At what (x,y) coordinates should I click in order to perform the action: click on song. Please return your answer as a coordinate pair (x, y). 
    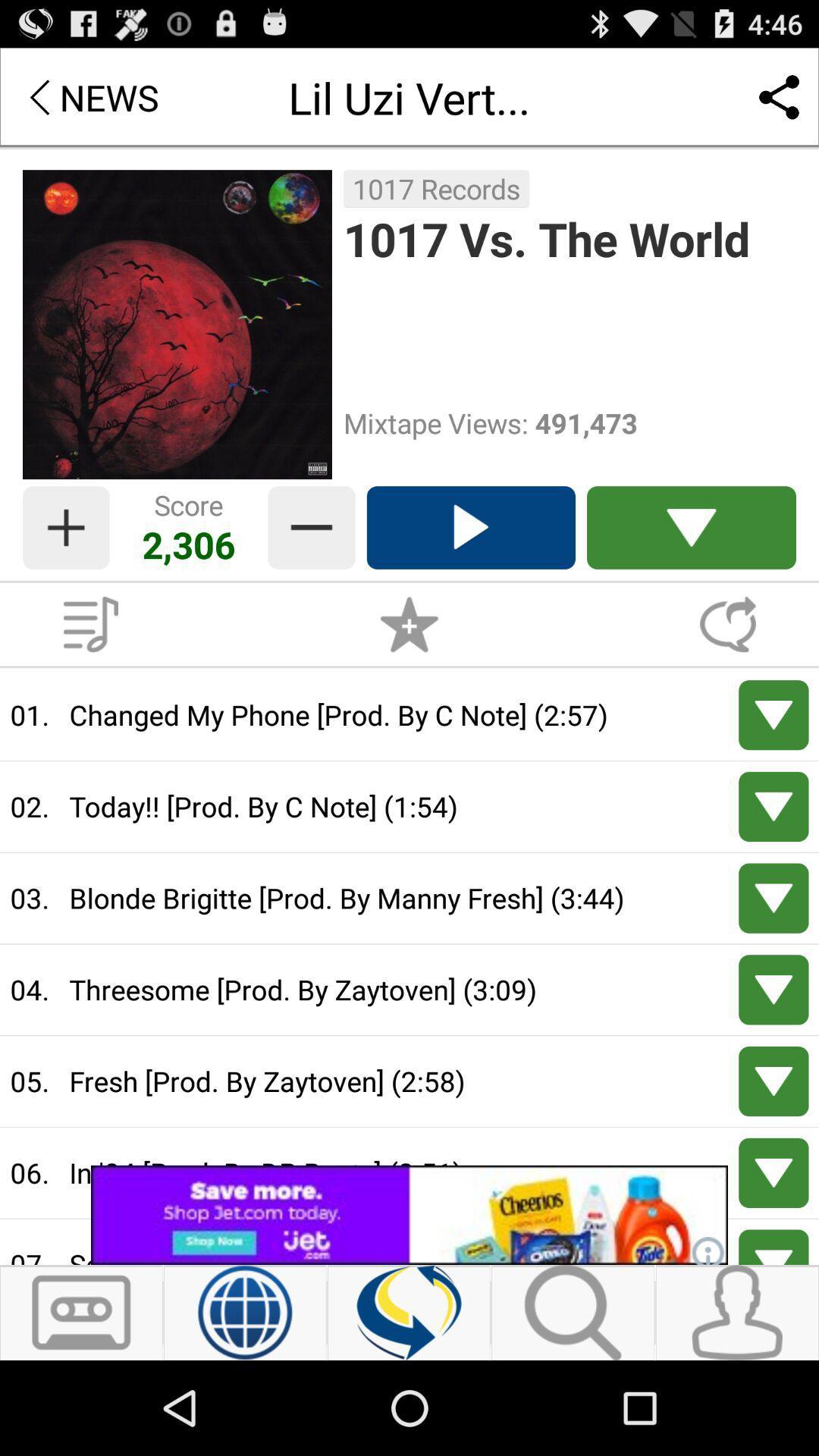
    Looking at the image, I should click on (470, 528).